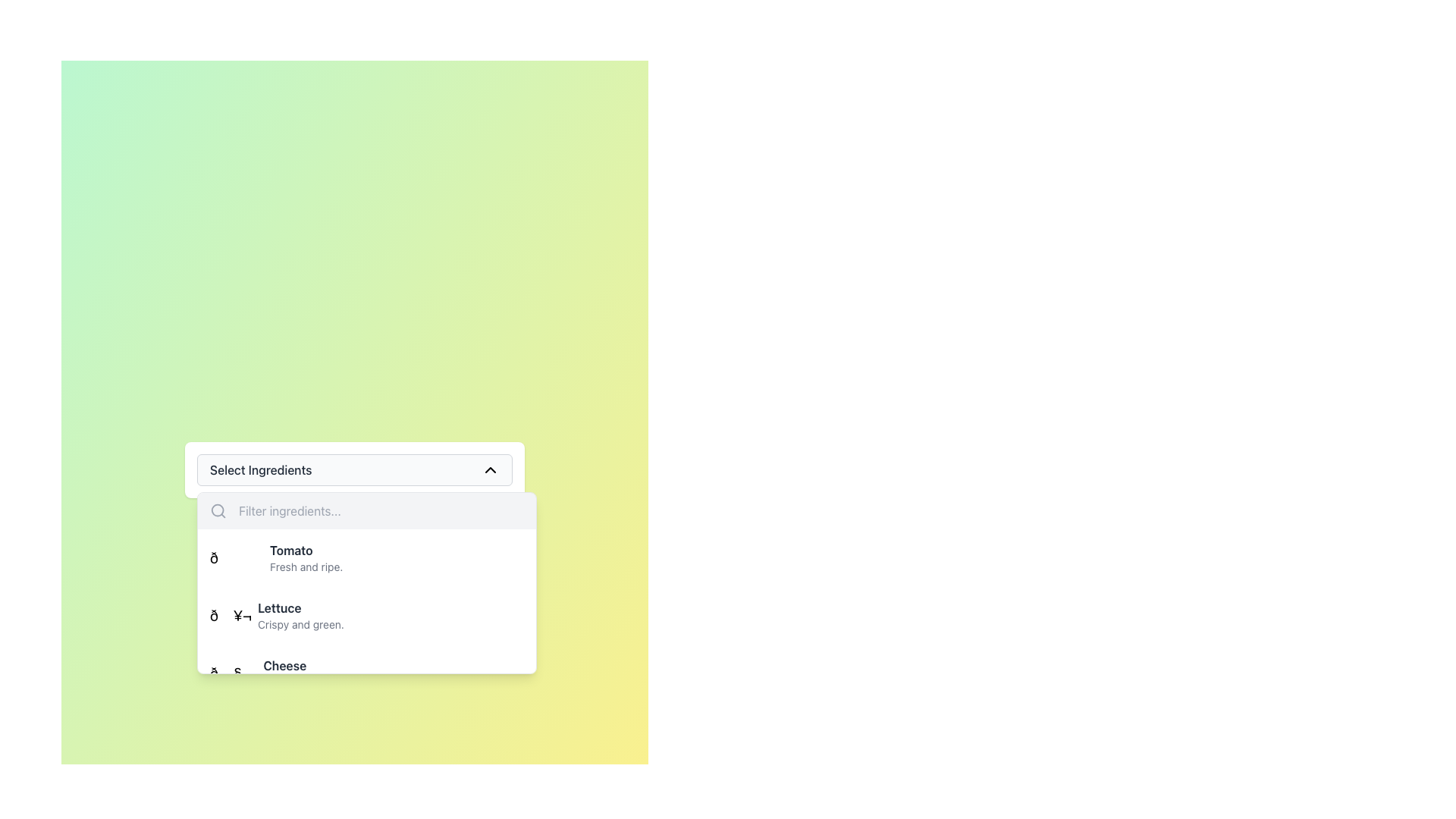 This screenshot has height=819, width=1456. Describe the element at coordinates (367, 644) in the screenshot. I see `the second list item in the dropdown menu` at that location.